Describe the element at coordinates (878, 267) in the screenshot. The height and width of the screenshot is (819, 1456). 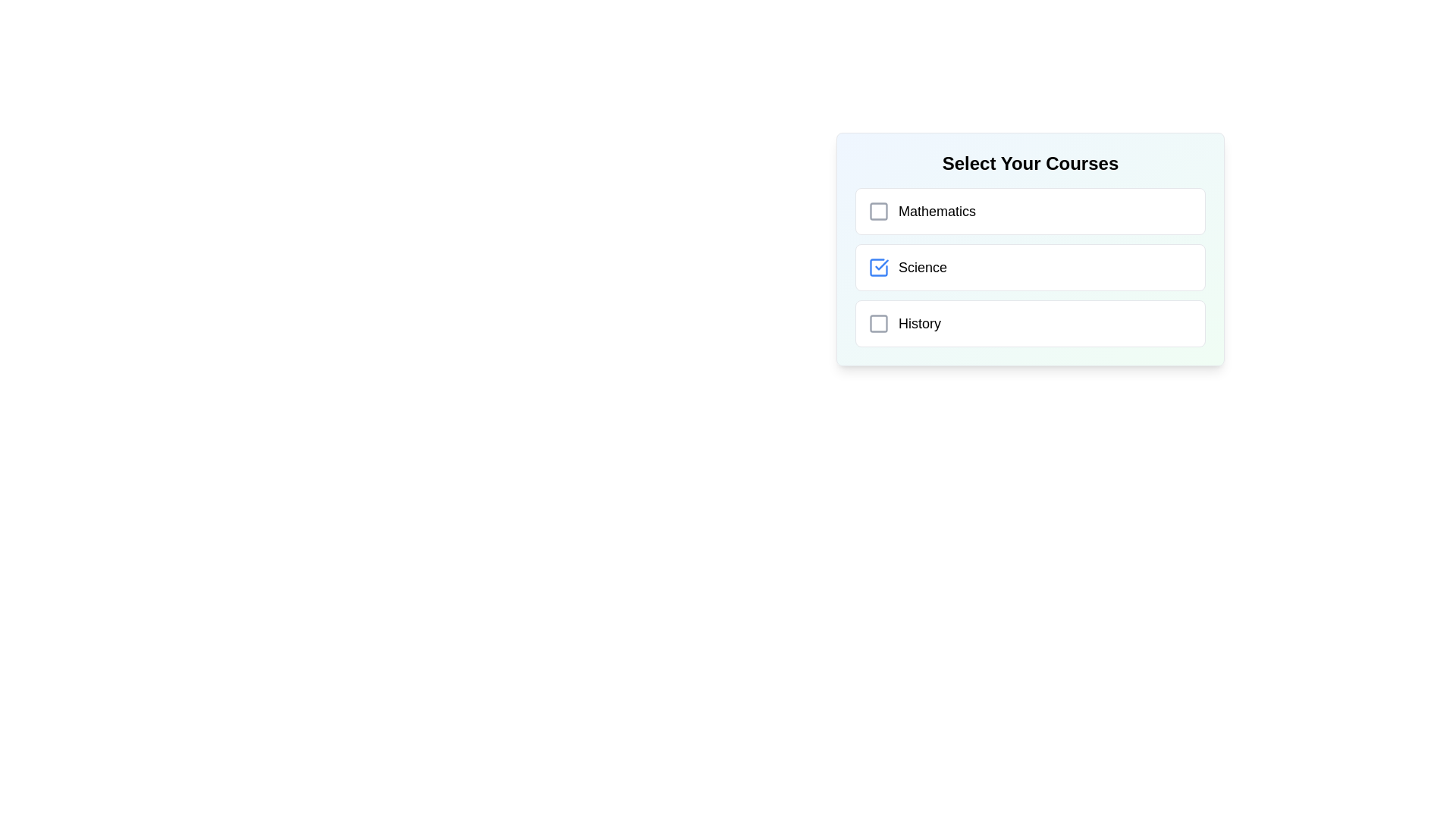
I see `the checked blue checkbox icon located to the left of the 'Science' label in the 'Select Your Courses' menu` at that location.